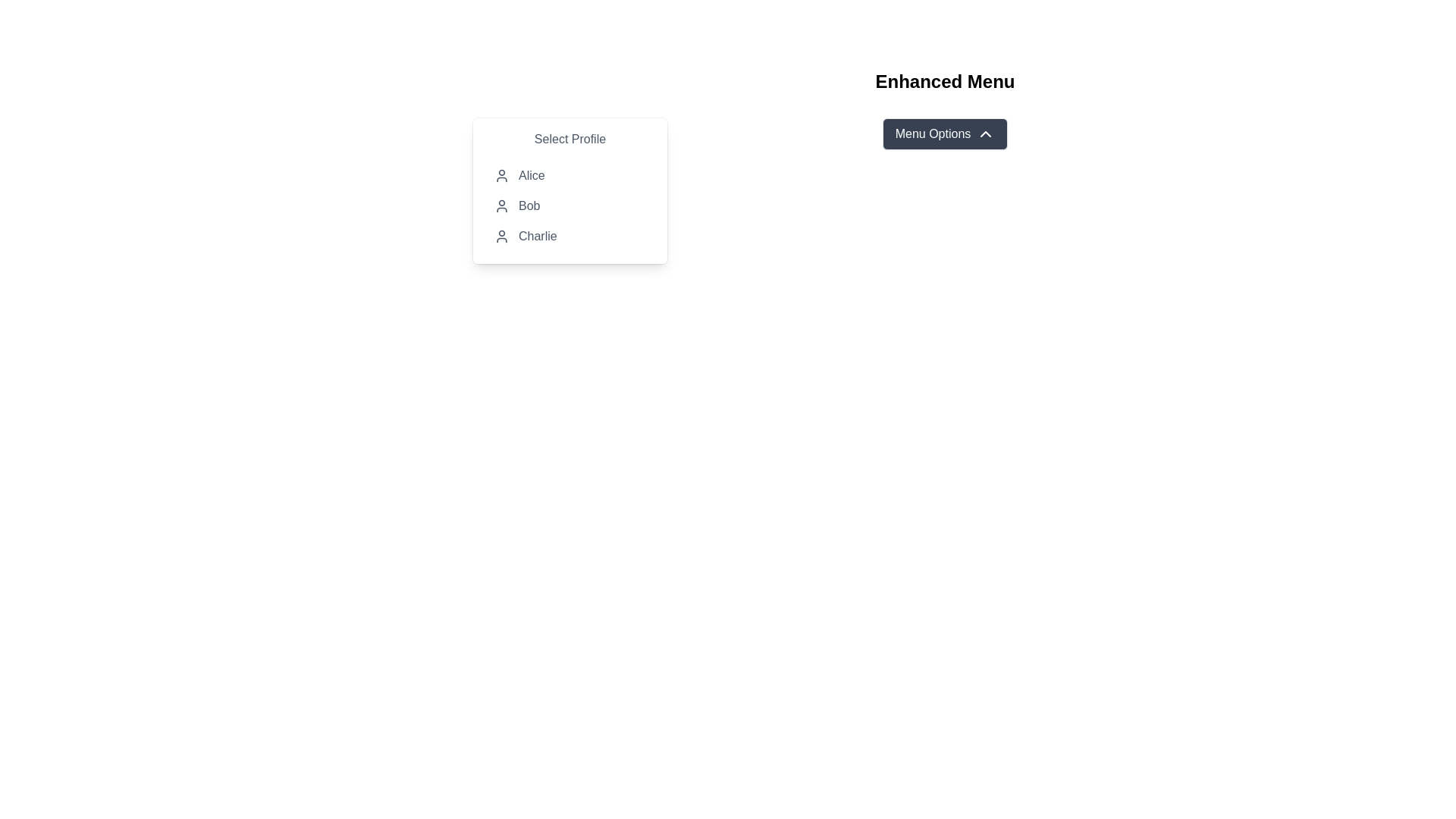 This screenshot has height=819, width=1456. Describe the element at coordinates (516, 206) in the screenshot. I see `the menu item labeled 'Bob' with a user icon` at that location.